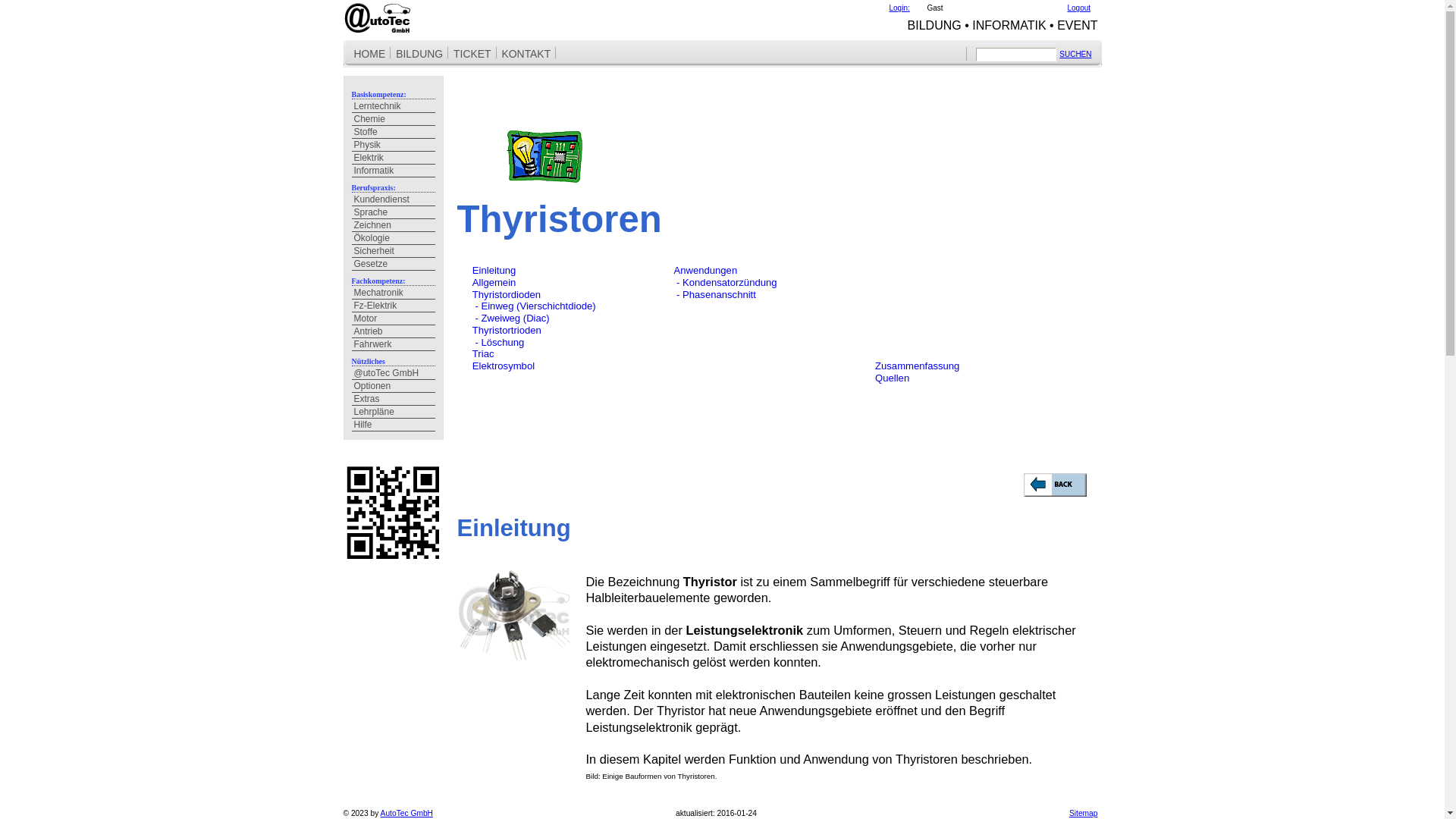  What do you see at coordinates (713, 294) in the screenshot?
I see `' - Phasenanschnitt'` at bounding box center [713, 294].